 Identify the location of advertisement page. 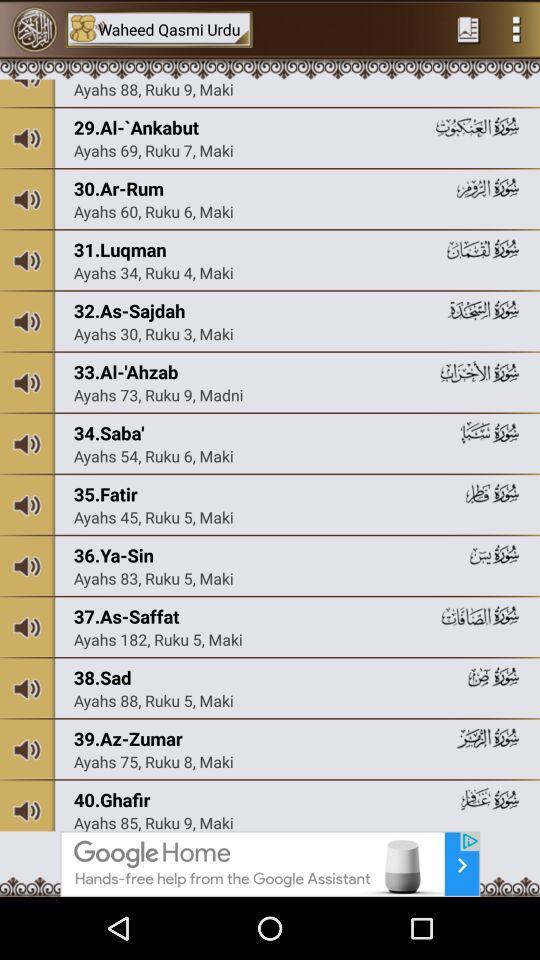
(270, 863).